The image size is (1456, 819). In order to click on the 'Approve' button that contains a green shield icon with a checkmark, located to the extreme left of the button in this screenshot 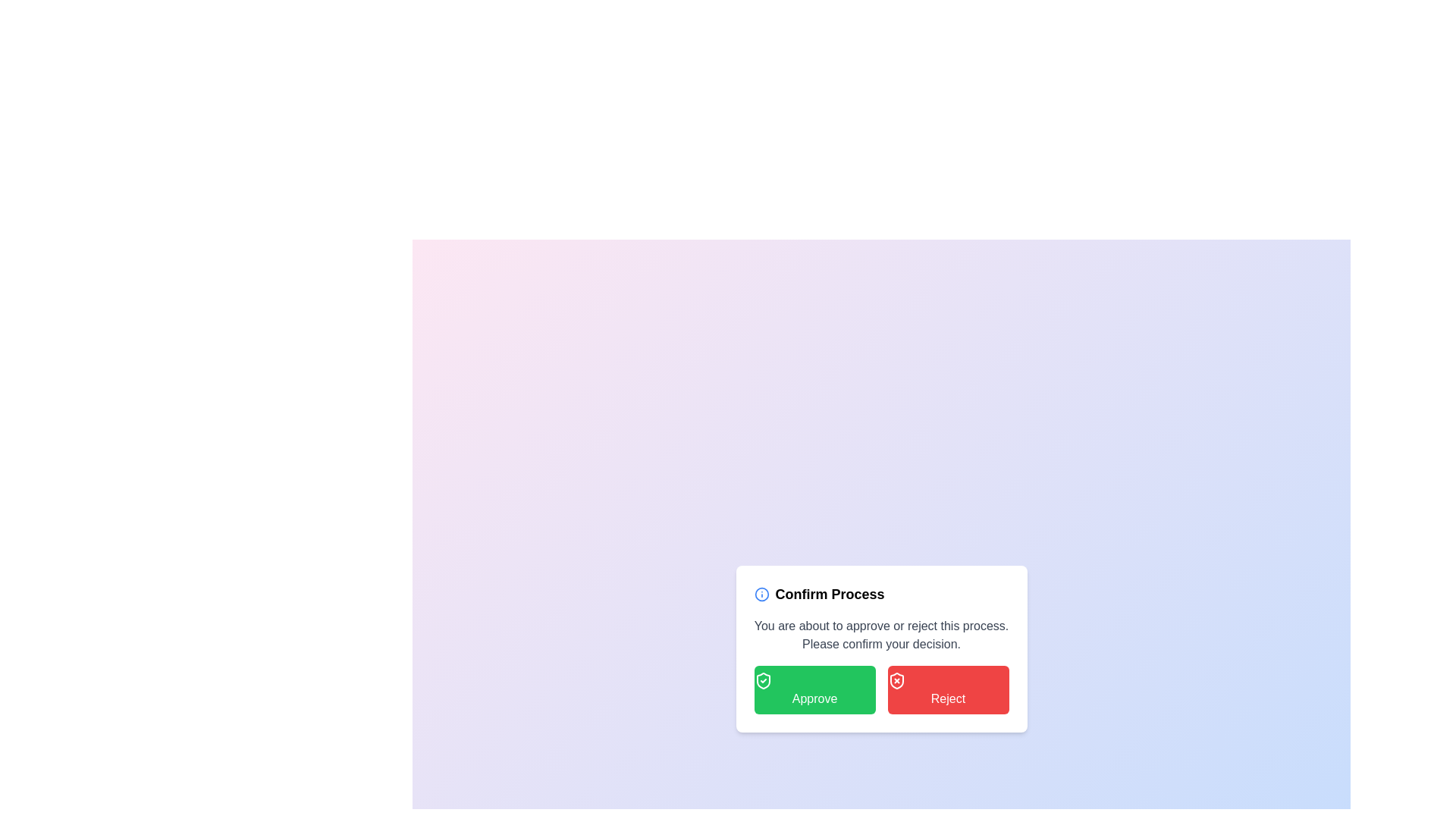, I will do `click(763, 680)`.